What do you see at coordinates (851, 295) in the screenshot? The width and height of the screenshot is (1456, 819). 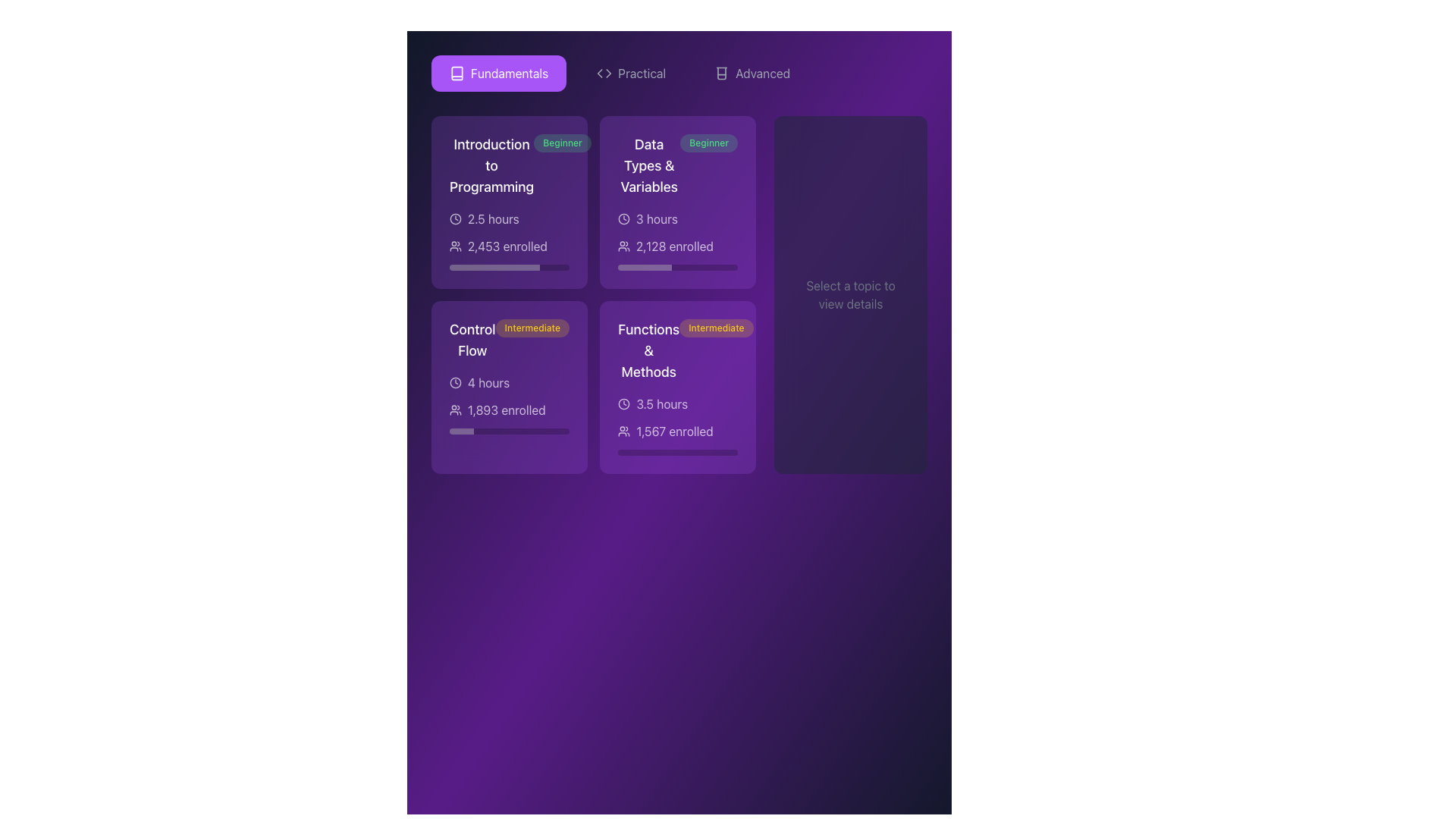 I see `the text label that says 'Select a topic` at bounding box center [851, 295].